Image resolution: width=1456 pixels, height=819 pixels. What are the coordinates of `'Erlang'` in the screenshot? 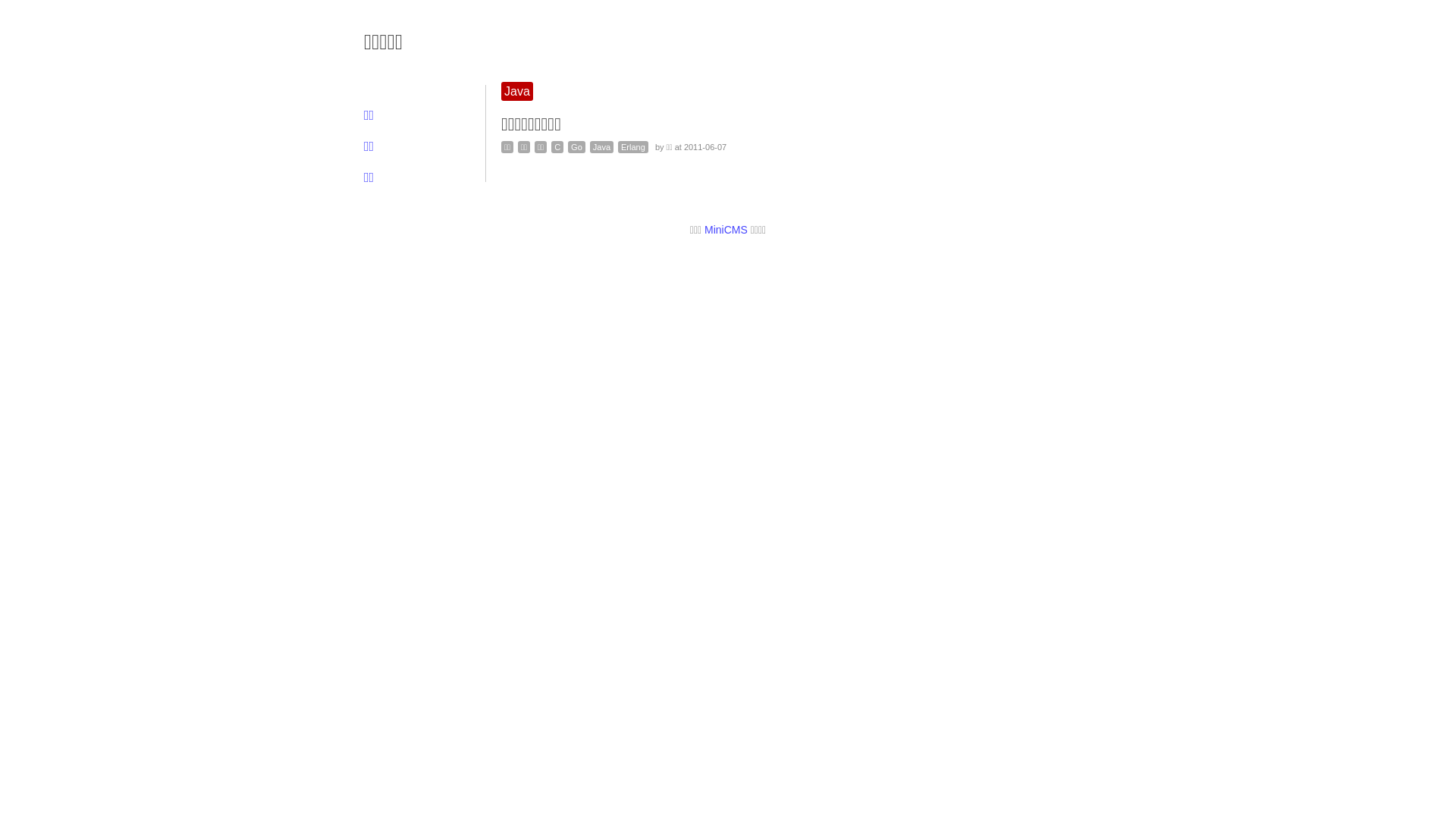 It's located at (633, 146).